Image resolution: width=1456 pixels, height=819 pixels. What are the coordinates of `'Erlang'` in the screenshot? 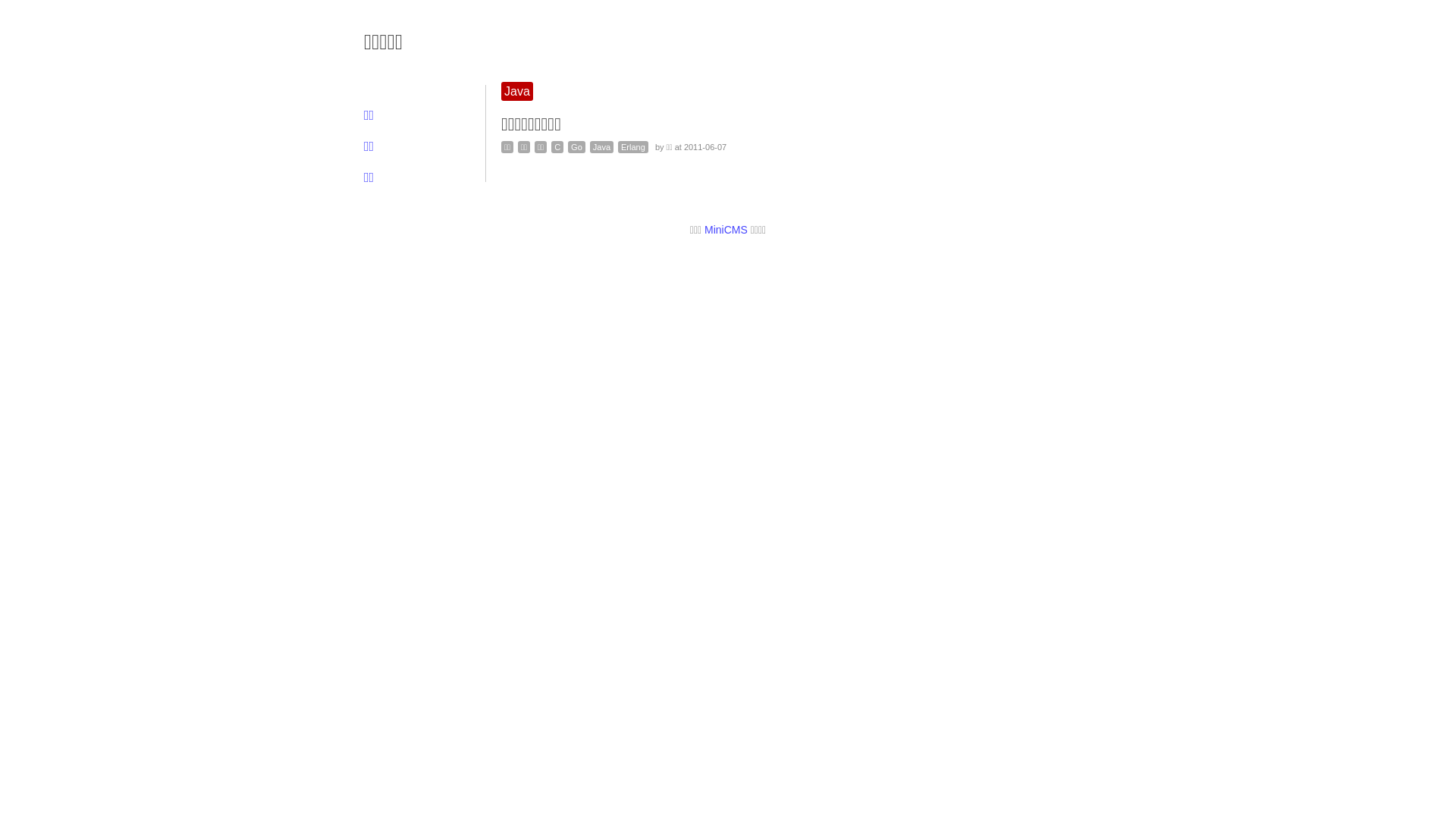 It's located at (633, 146).